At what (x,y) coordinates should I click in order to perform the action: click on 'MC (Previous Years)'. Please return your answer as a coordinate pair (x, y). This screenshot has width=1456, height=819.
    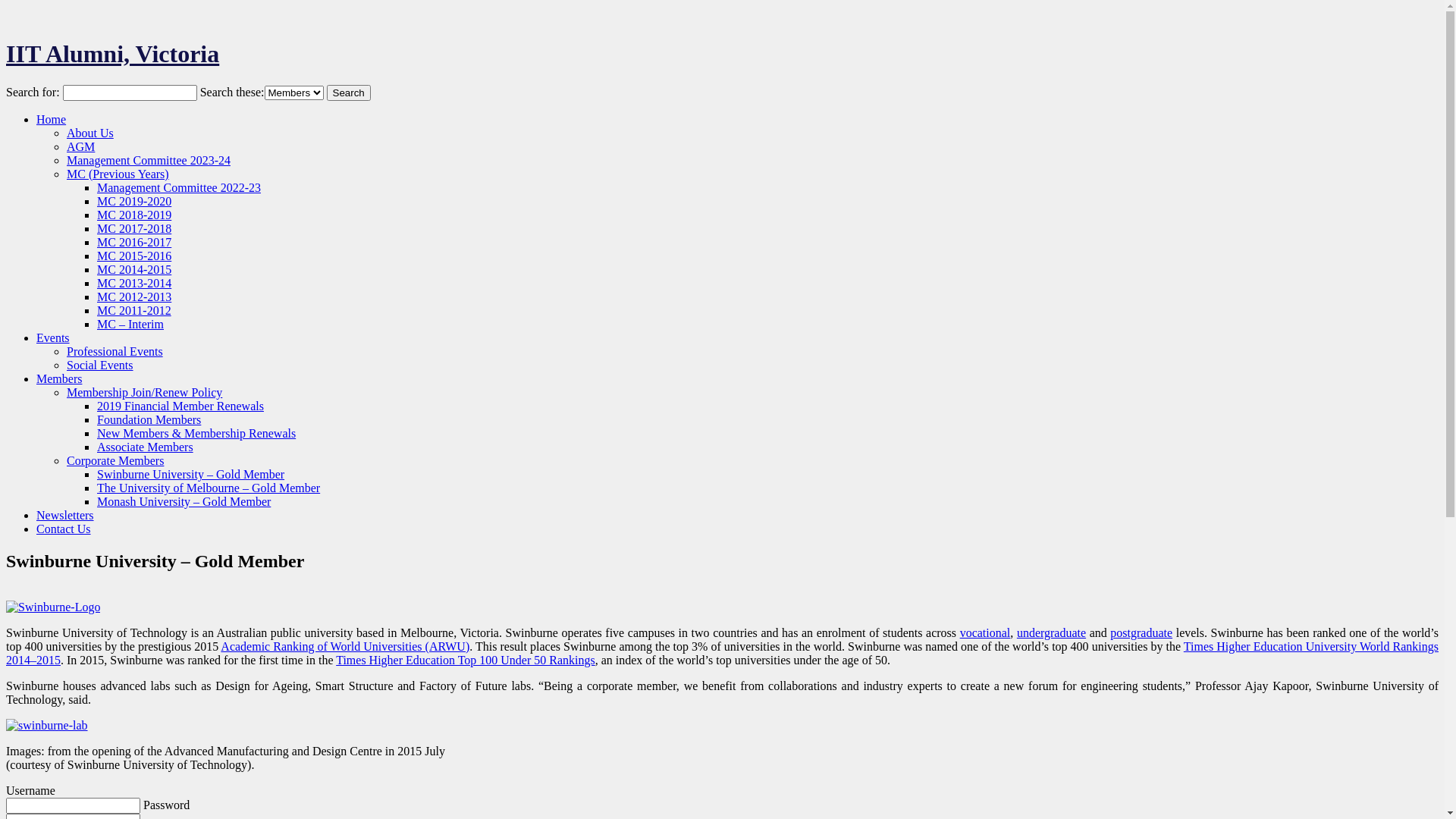
    Looking at the image, I should click on (117, 173).